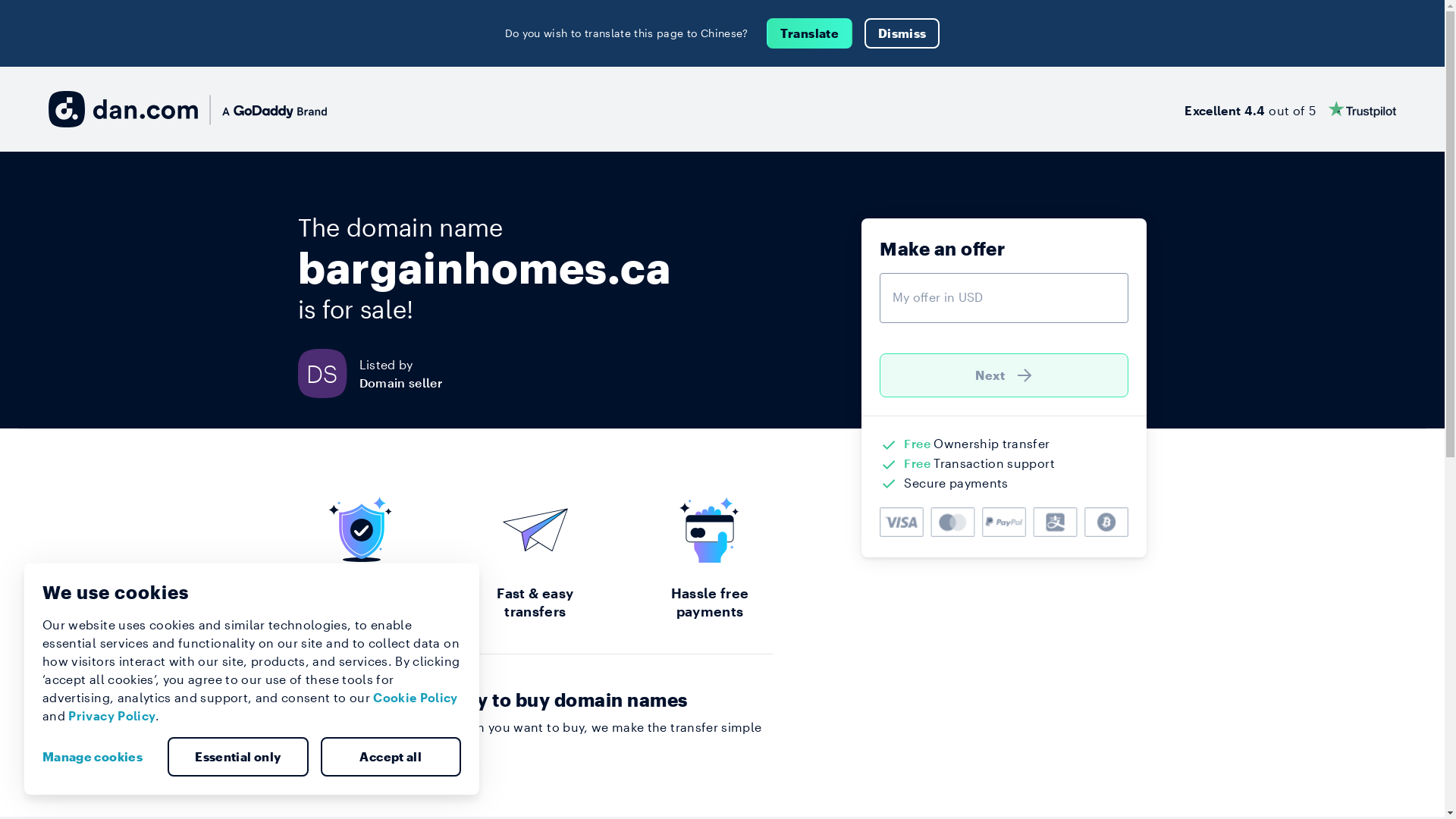 Image resolution: width=1456 pixels, height=819 pixels. What do you see at coordinates (415, 697) in the screenshot?
I see `'Cookie Policy'` at bounding box center [415, 697].